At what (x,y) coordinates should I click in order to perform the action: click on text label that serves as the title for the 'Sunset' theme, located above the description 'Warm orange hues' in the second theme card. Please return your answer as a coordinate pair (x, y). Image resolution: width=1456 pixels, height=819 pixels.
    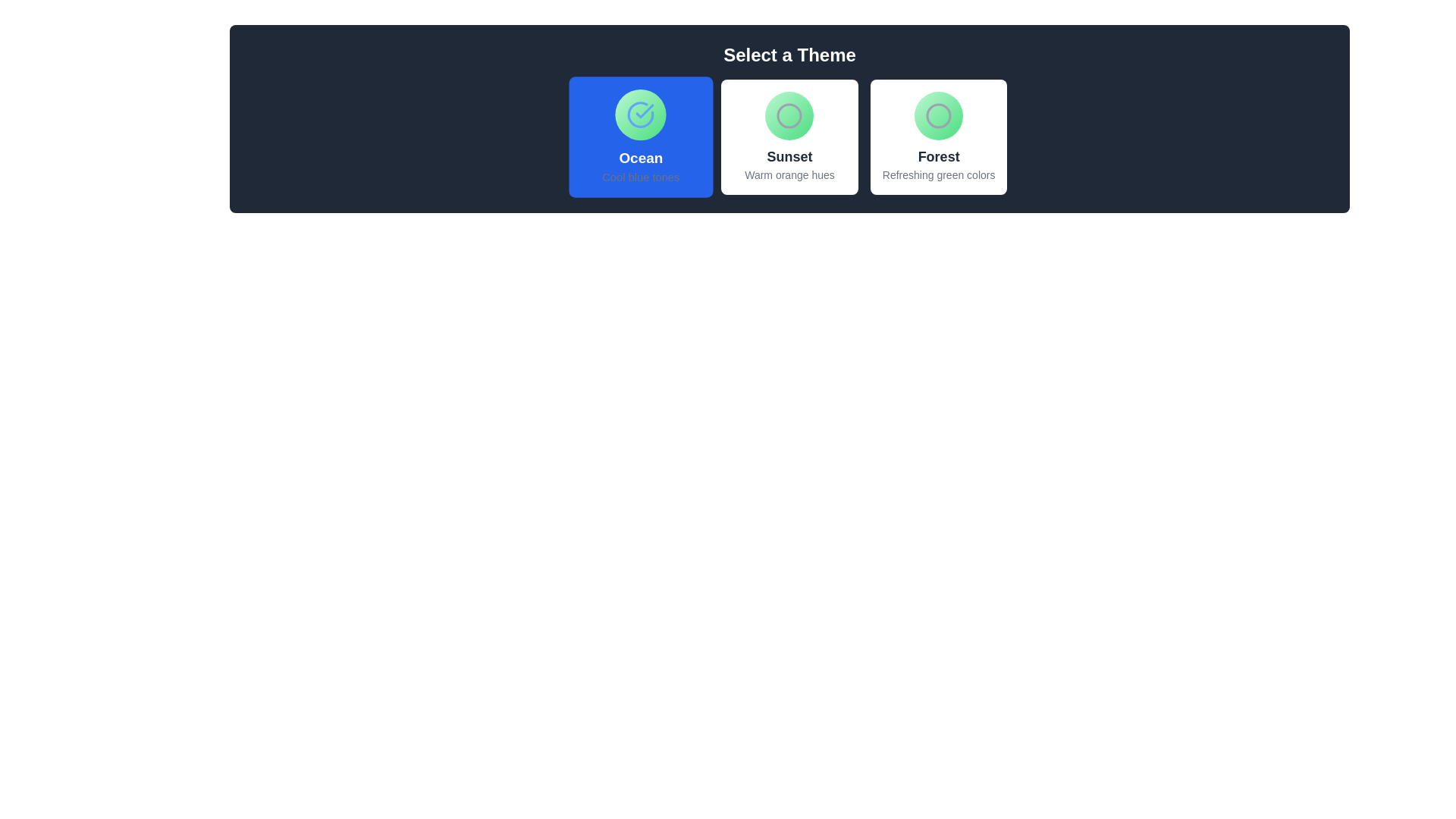
    Looking at the image, I should click on (789, 157).